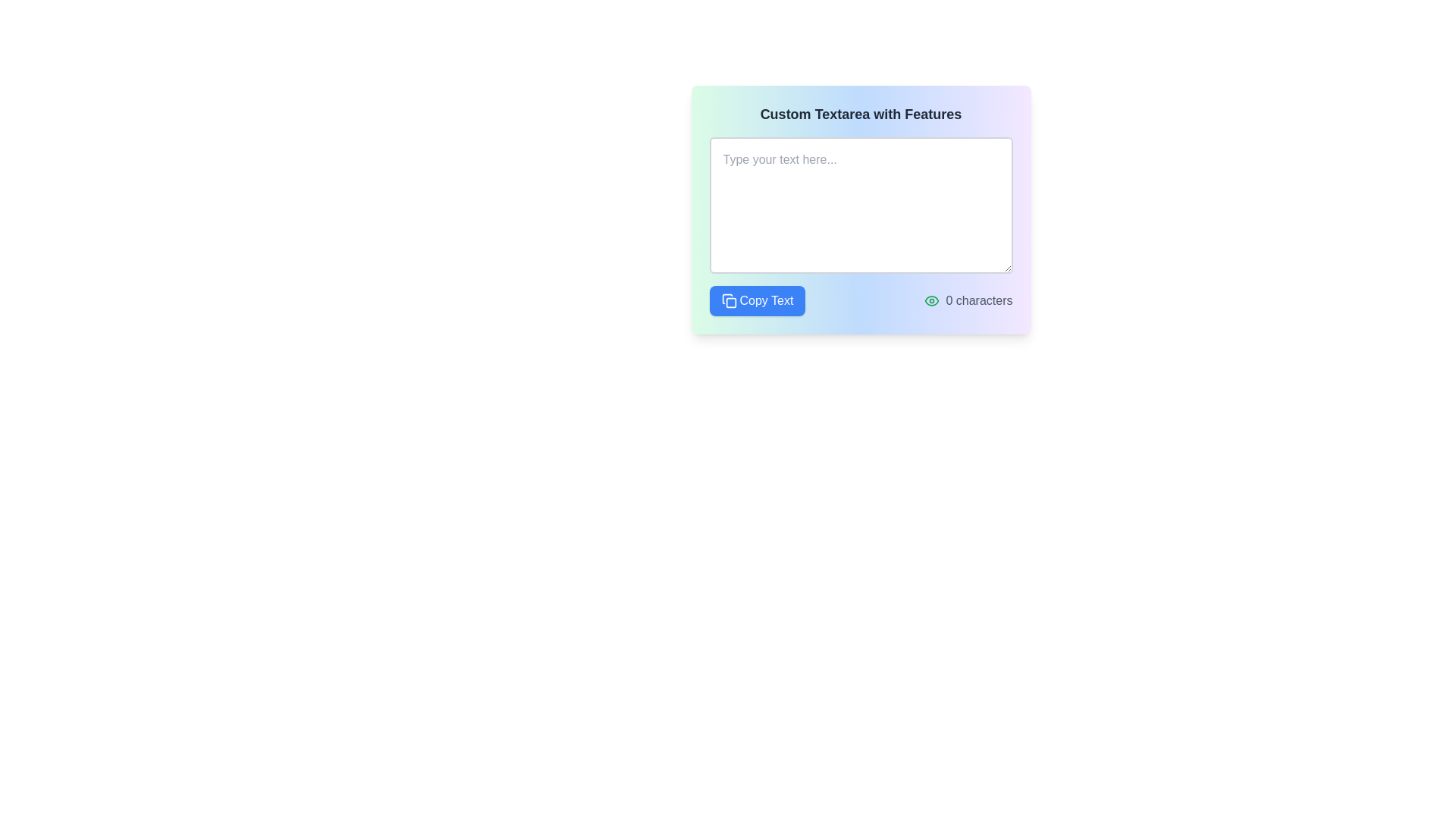 This screenshot has width=1456, height=819. What do you see at coordinates (757, 301) in the screenshot?
I see `the button with a blue background and white text reading 'Copy Text'` at bounding box center [757, 301].